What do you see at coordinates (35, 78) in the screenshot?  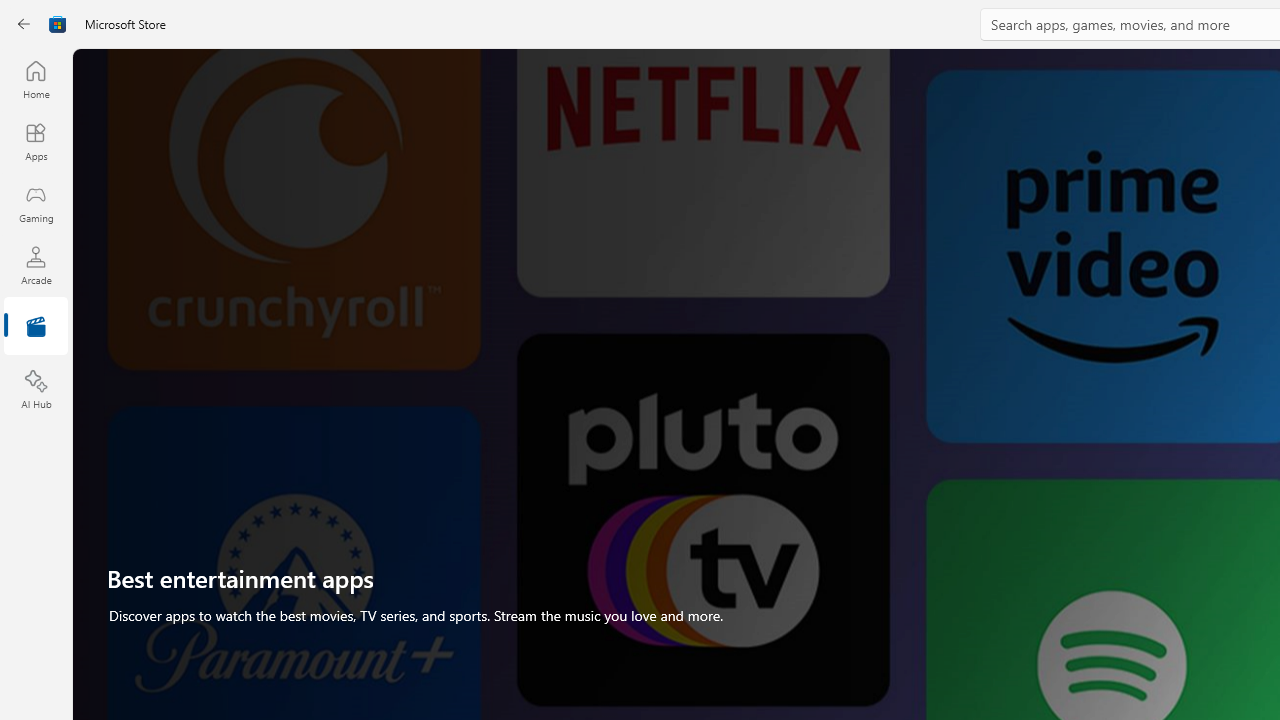 I see `'Home'` at bounding box center [35, 78].